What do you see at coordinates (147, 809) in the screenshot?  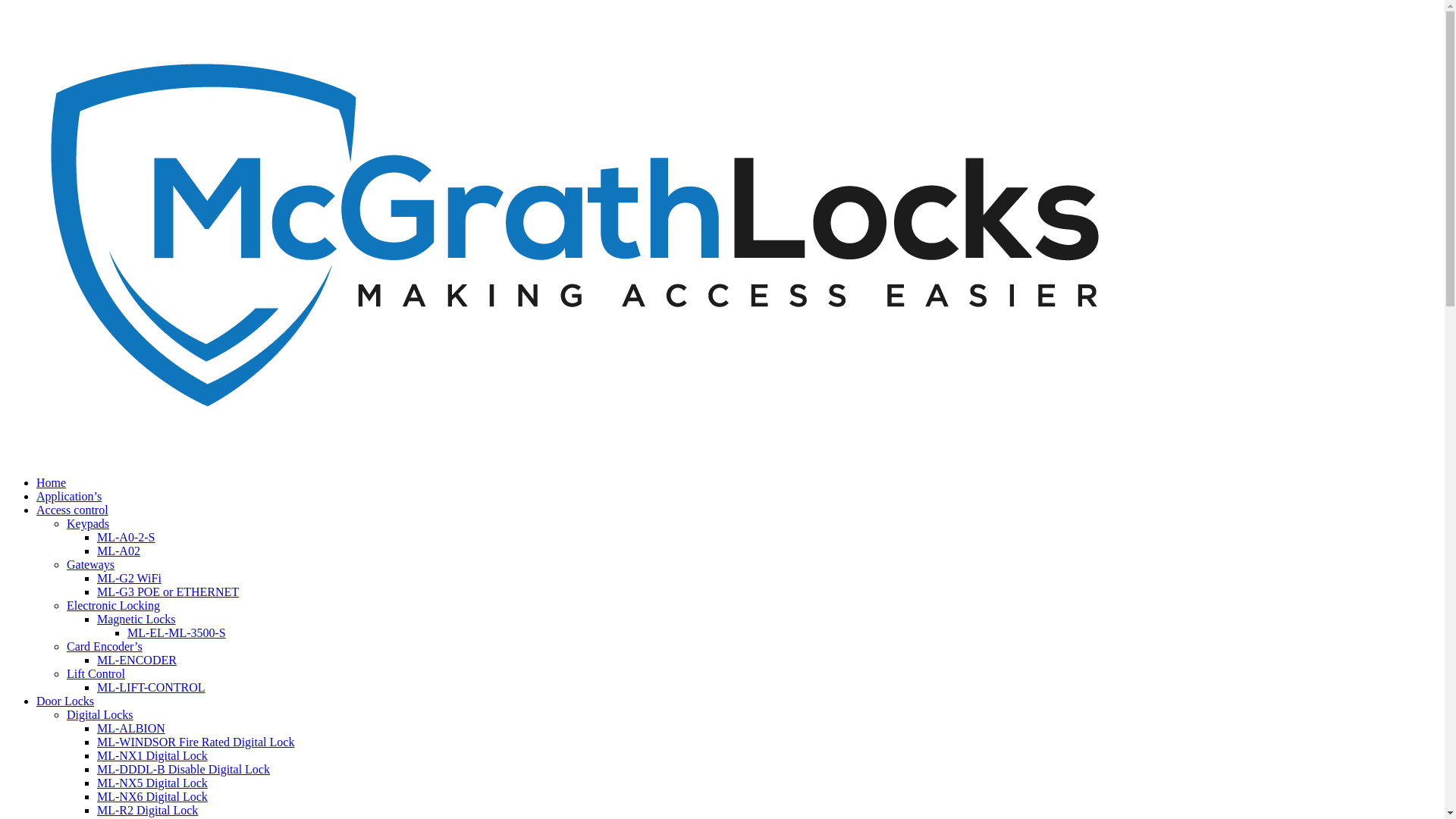 I see `'ML-R2 Digital Lock'` at bounding box center [147, 809].